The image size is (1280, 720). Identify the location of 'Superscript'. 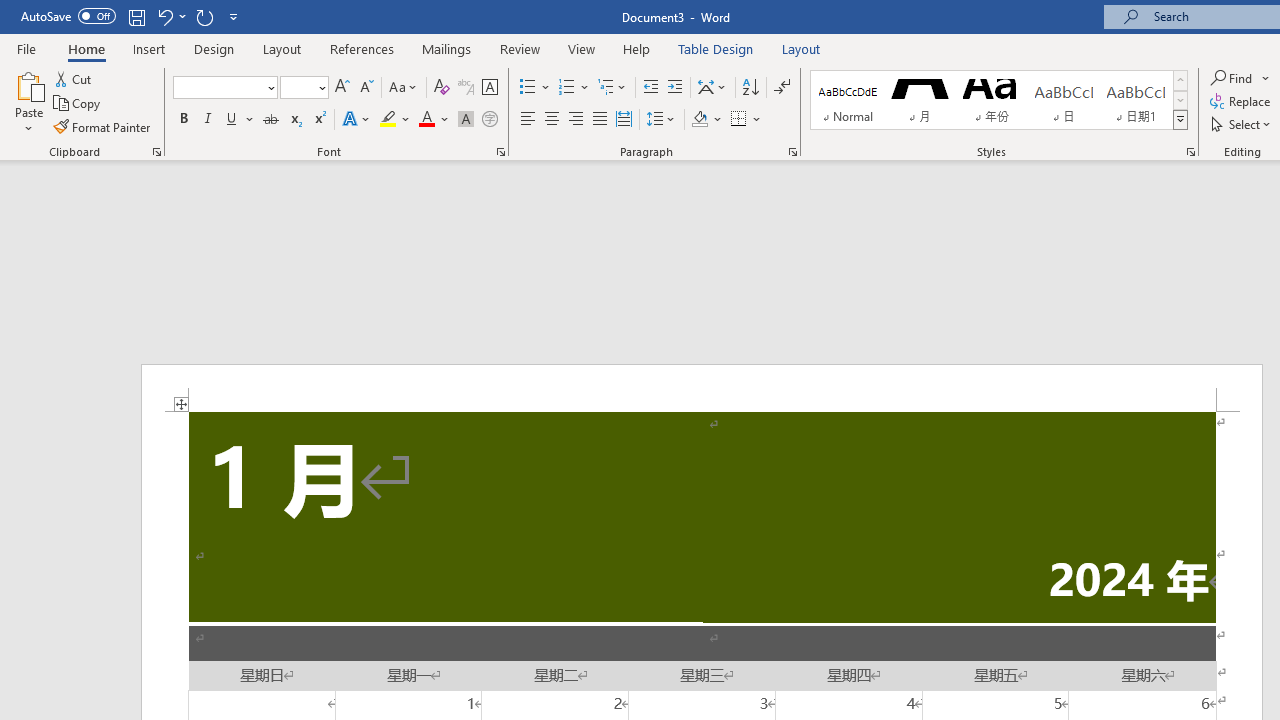
(318, 119).